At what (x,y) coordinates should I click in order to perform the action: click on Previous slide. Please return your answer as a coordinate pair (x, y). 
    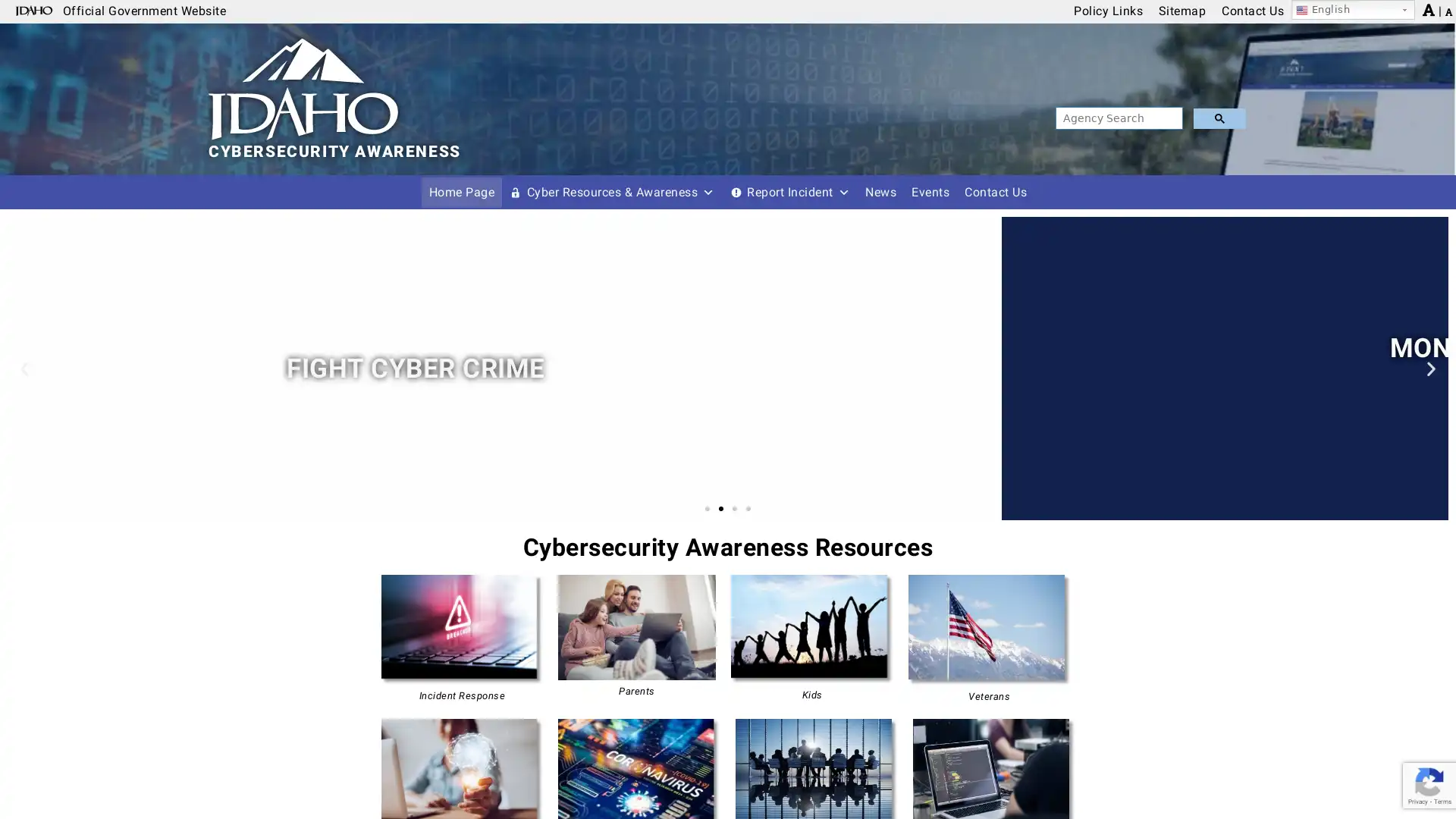
    Looking at the image, I should click on (24, 368).